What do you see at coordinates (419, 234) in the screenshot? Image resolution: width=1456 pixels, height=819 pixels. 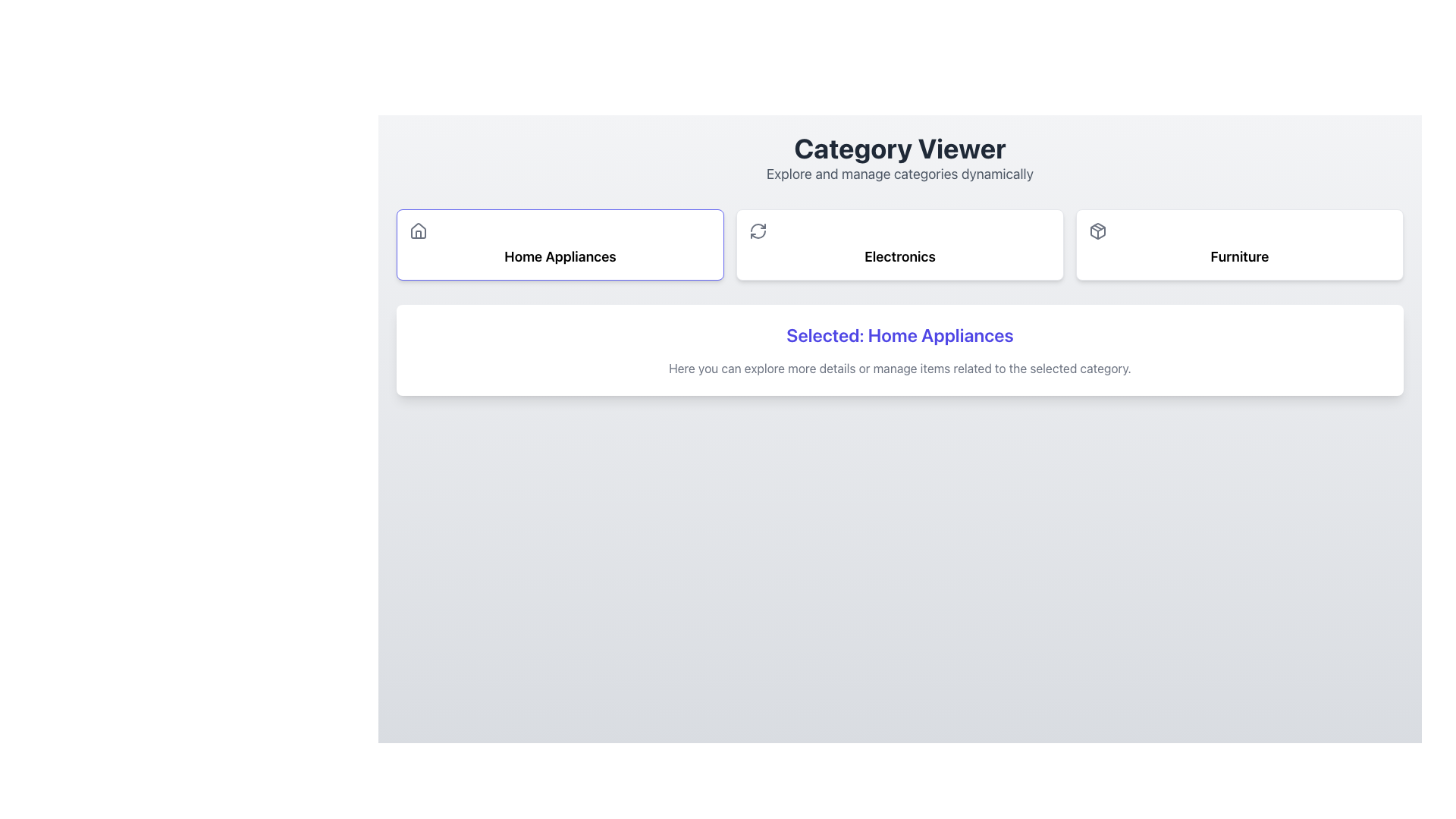 I see `the vertical rectangular shape resembling a door located at the bottom middle section of the house-shaped icon within the 'Home Appliances' button group in the user interface` at bounding box center [419, 234].